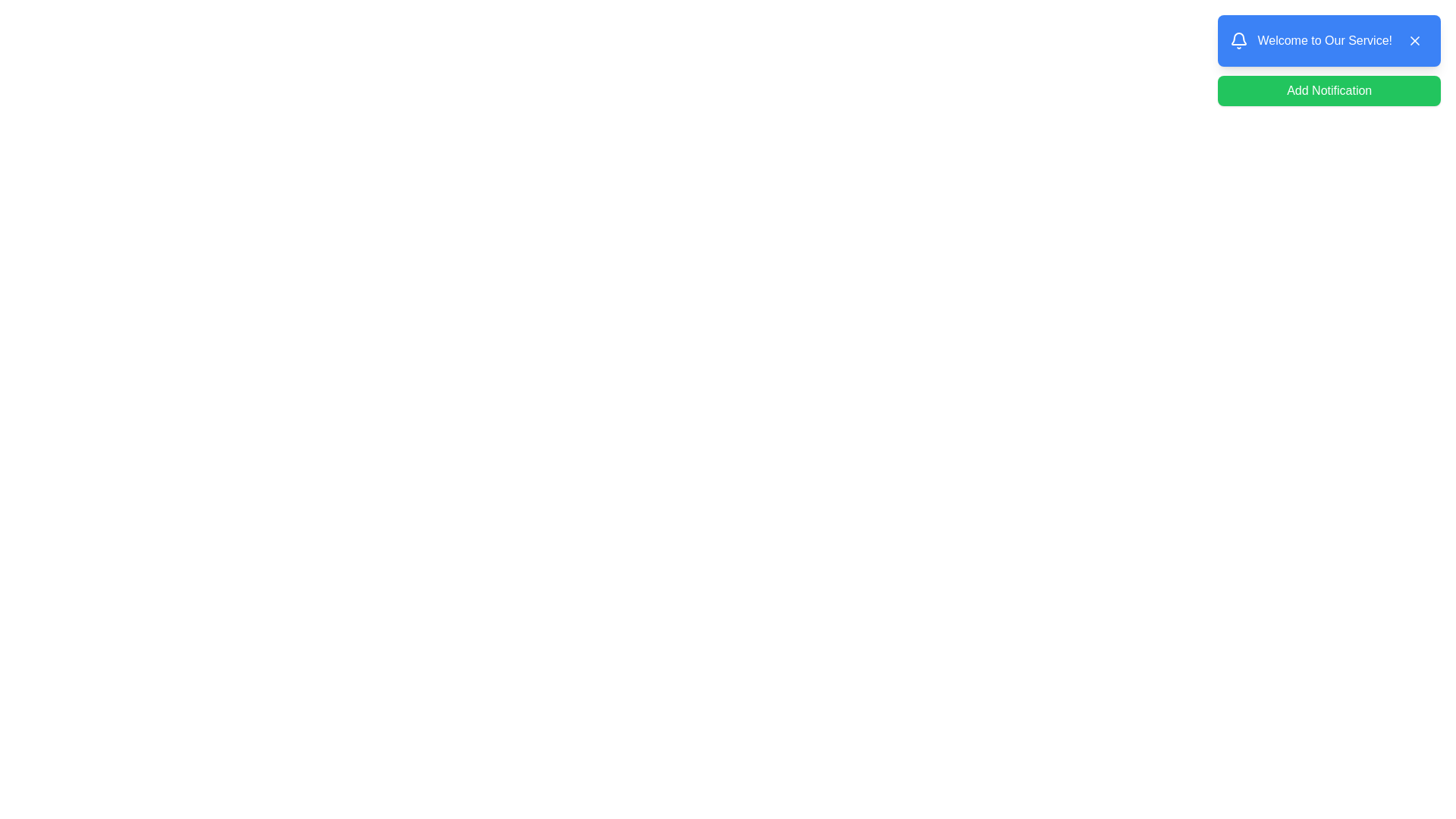 Image resolution: width=1456 pixels, height=819 pixels. I want to click on the circular blue button with a white 'X' icon, so click(1414, 40).